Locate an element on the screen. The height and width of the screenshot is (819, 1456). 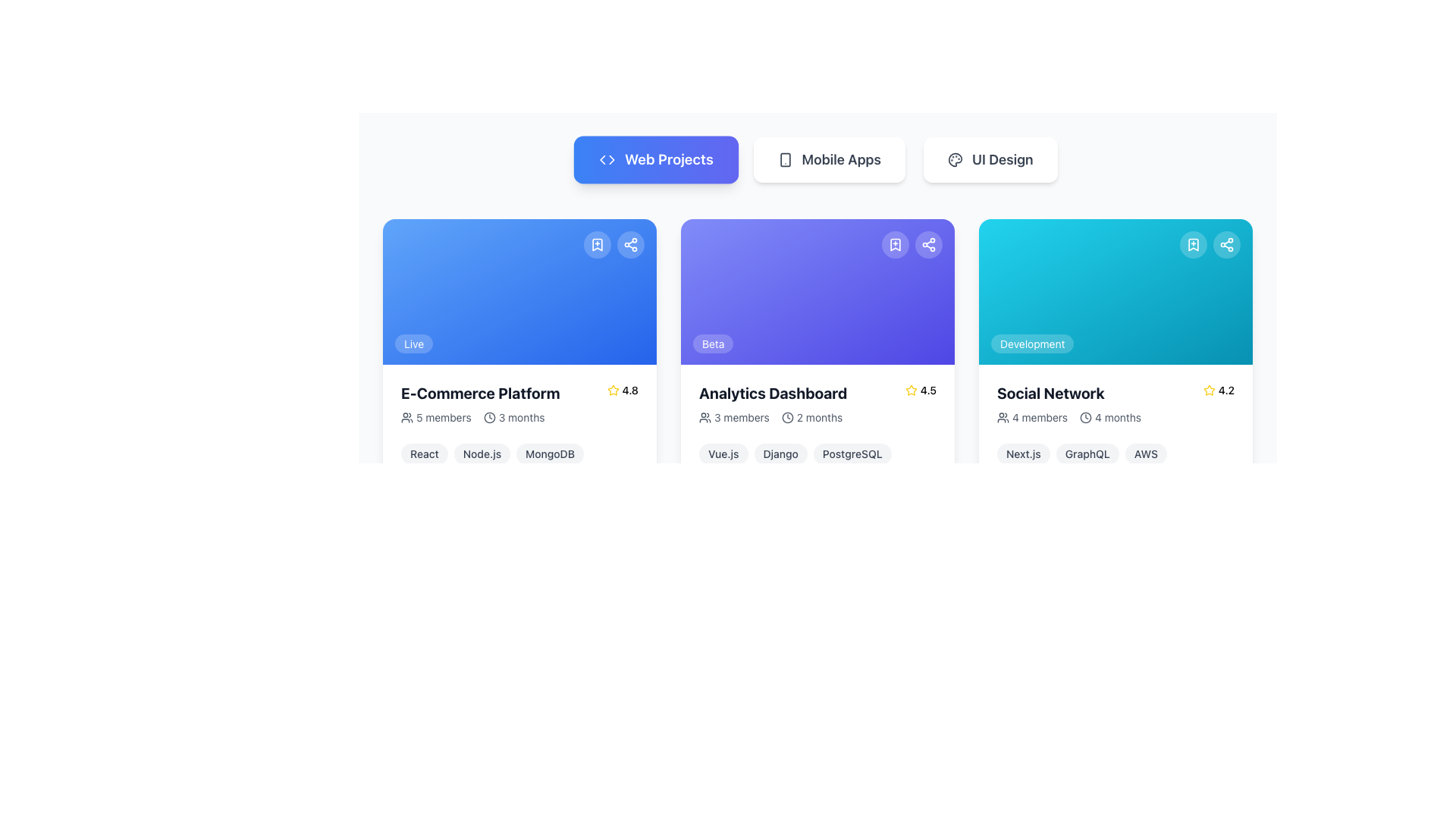
the 'Mobile Apps' button in the segmented control is located at coordinates (817, 160).